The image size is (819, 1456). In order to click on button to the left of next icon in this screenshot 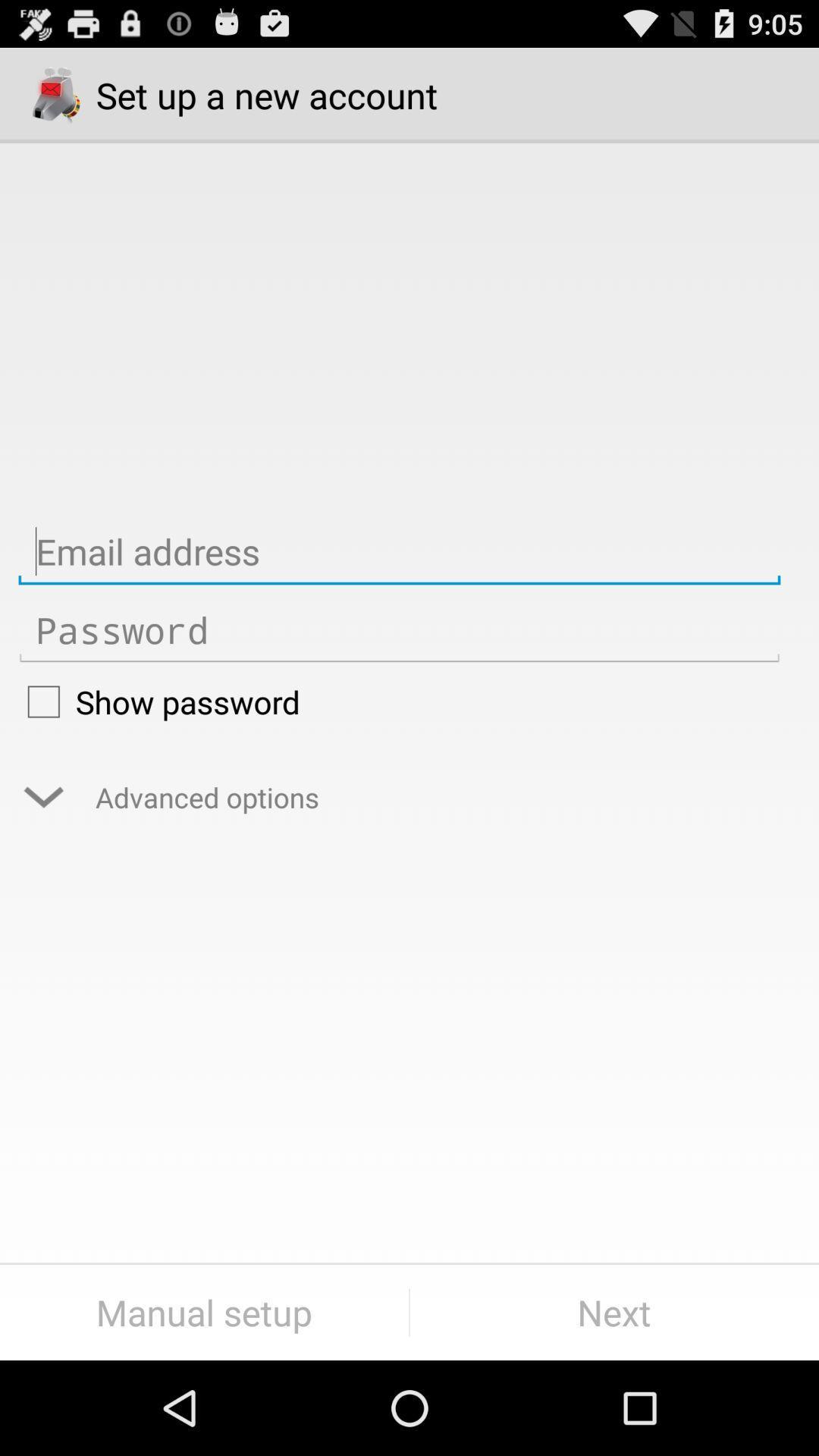, I will do `click(203, 1312)`.